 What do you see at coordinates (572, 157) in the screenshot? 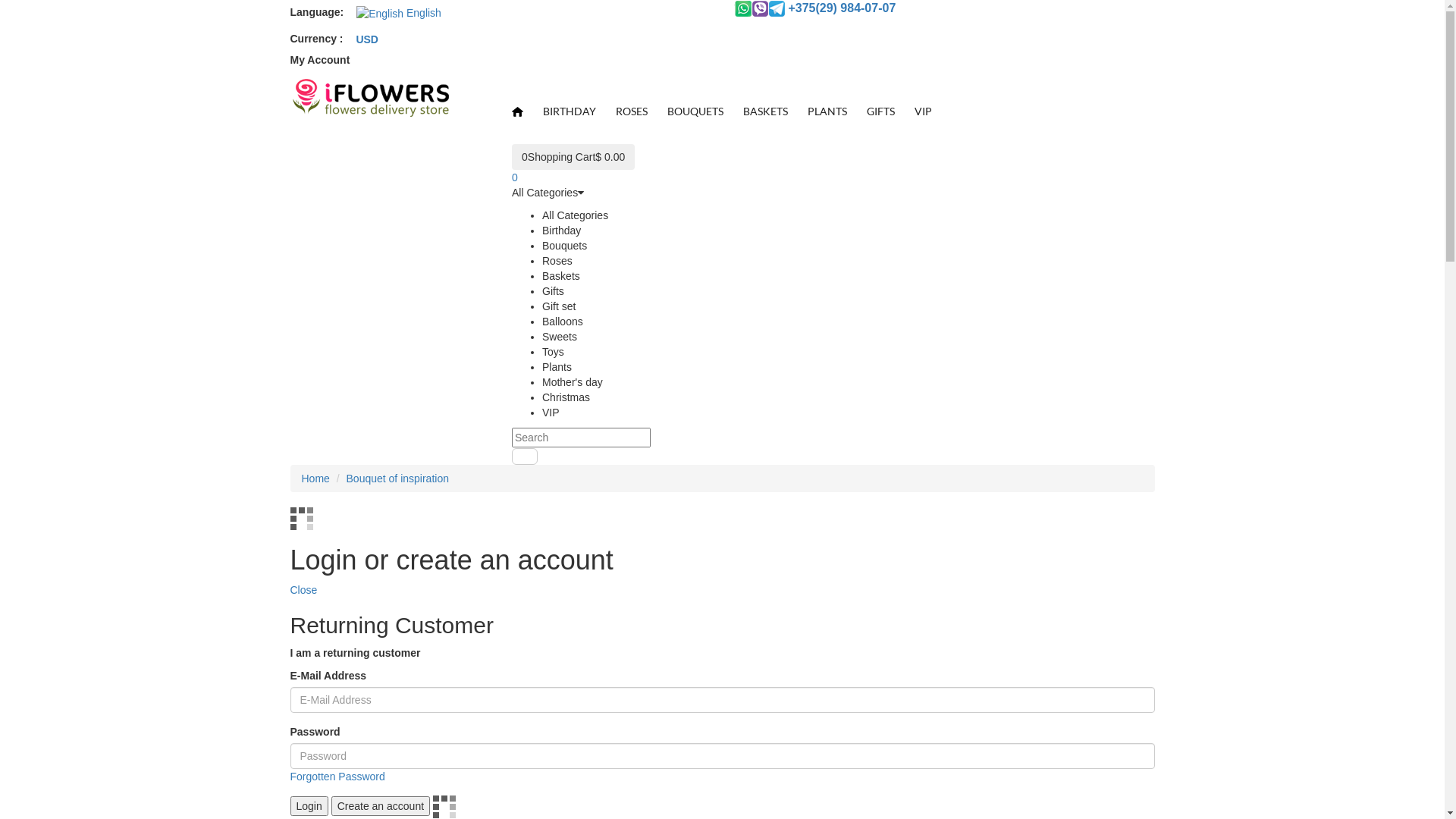
I see `'0Shopping Cart$ 0.00'` at bounding box center [572, 157].